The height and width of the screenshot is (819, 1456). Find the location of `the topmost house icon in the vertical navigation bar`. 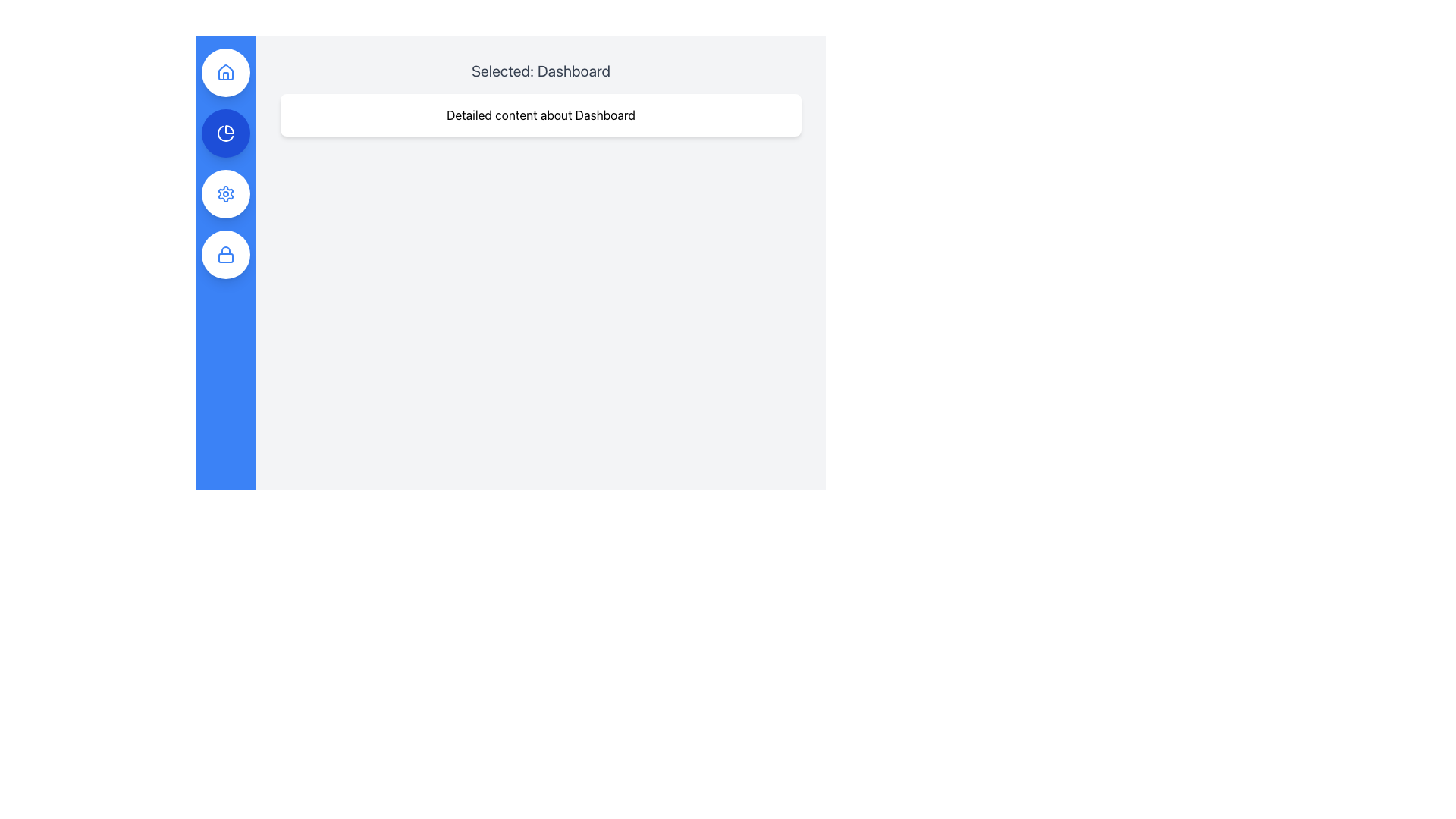

the topmost house icon in the vertical navigation bar is located at coordinates (224, 72).